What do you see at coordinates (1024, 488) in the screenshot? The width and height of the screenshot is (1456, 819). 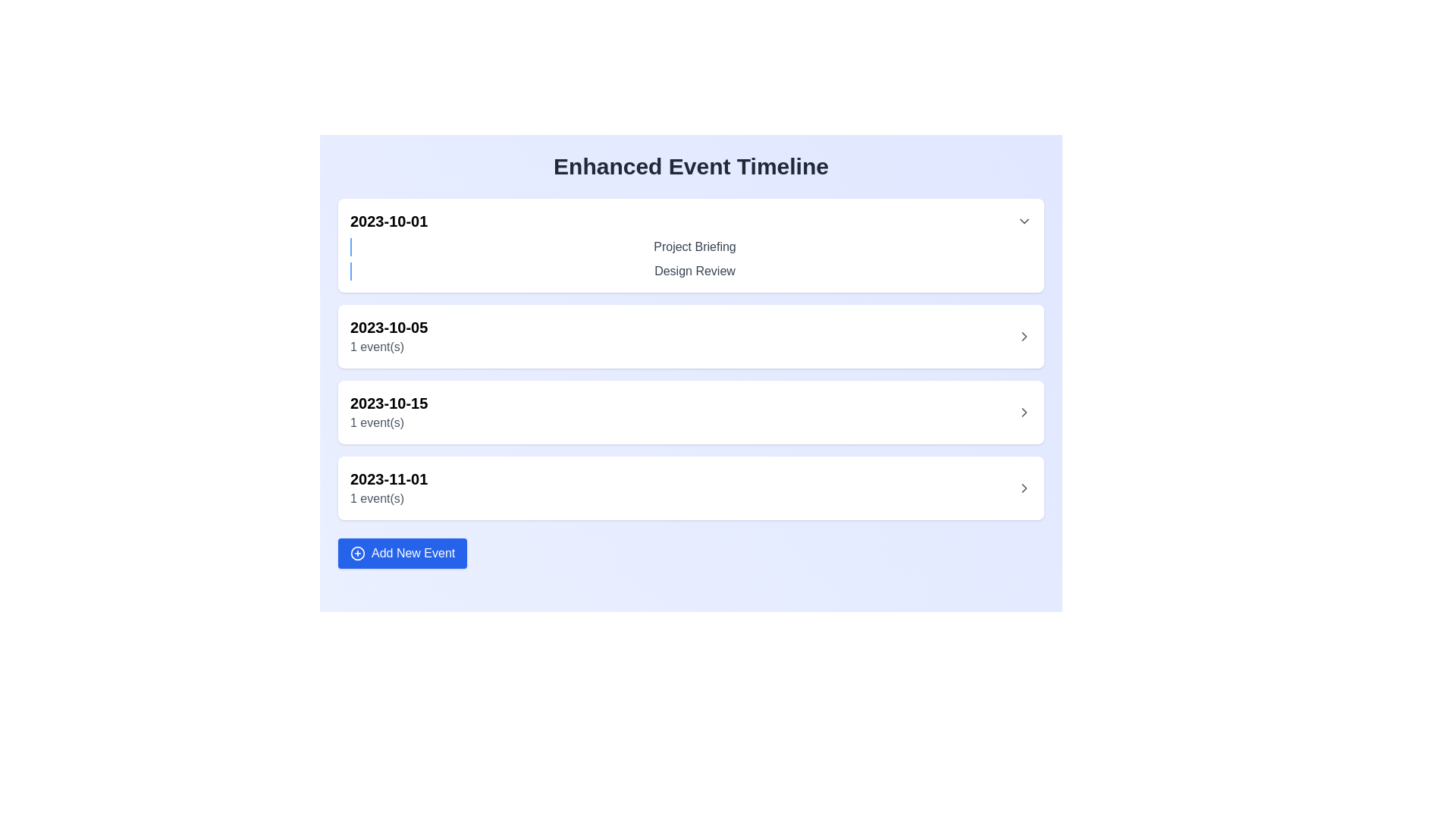 I see `the arrow icon representing the 'go to details' or 'expand' action in the last row of the event timeline for '2023-11-01'` at bounding box center [1024, 488].